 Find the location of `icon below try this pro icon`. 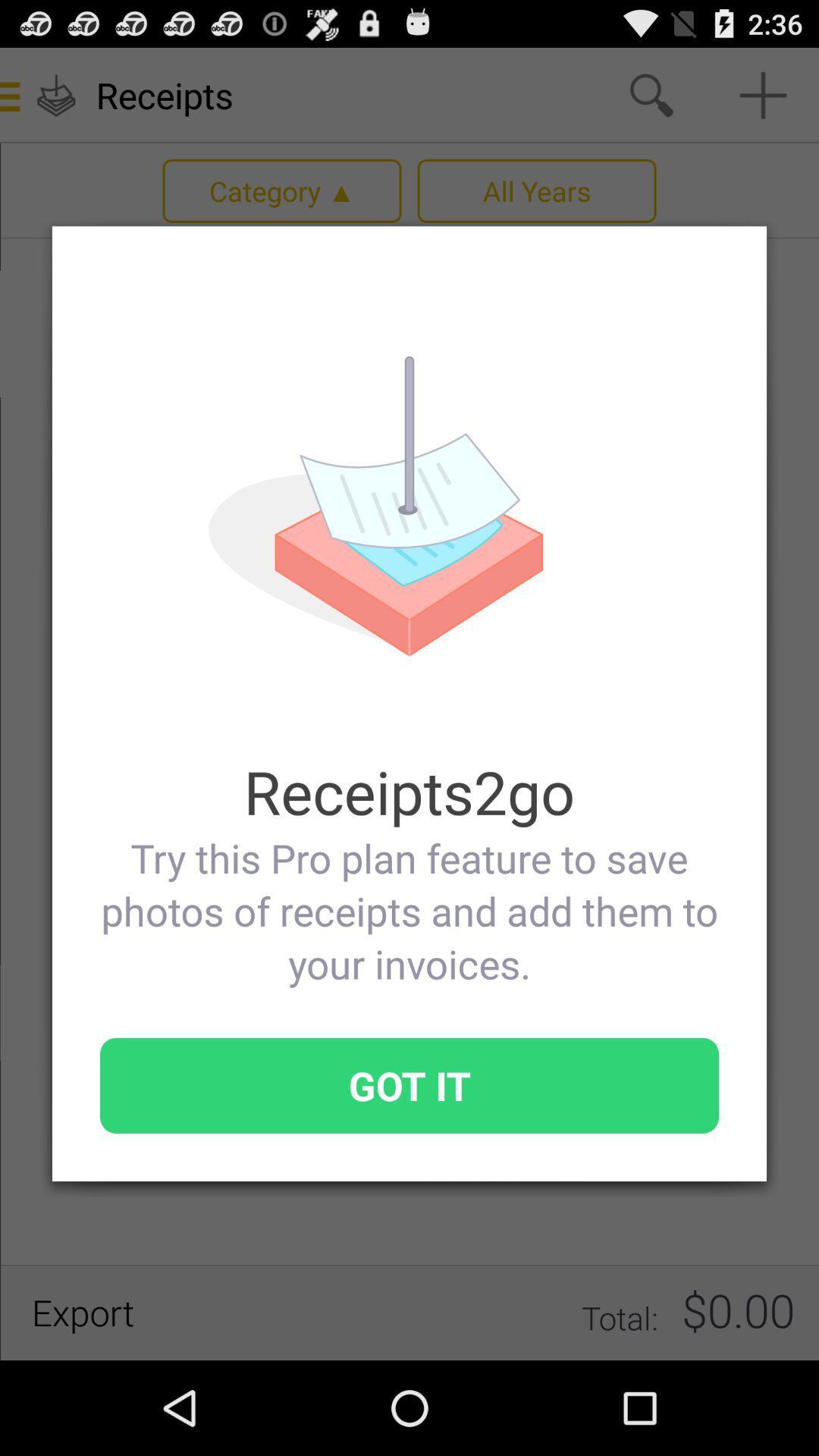

icon below try this pro icon is located at coordinates (409, 1084).